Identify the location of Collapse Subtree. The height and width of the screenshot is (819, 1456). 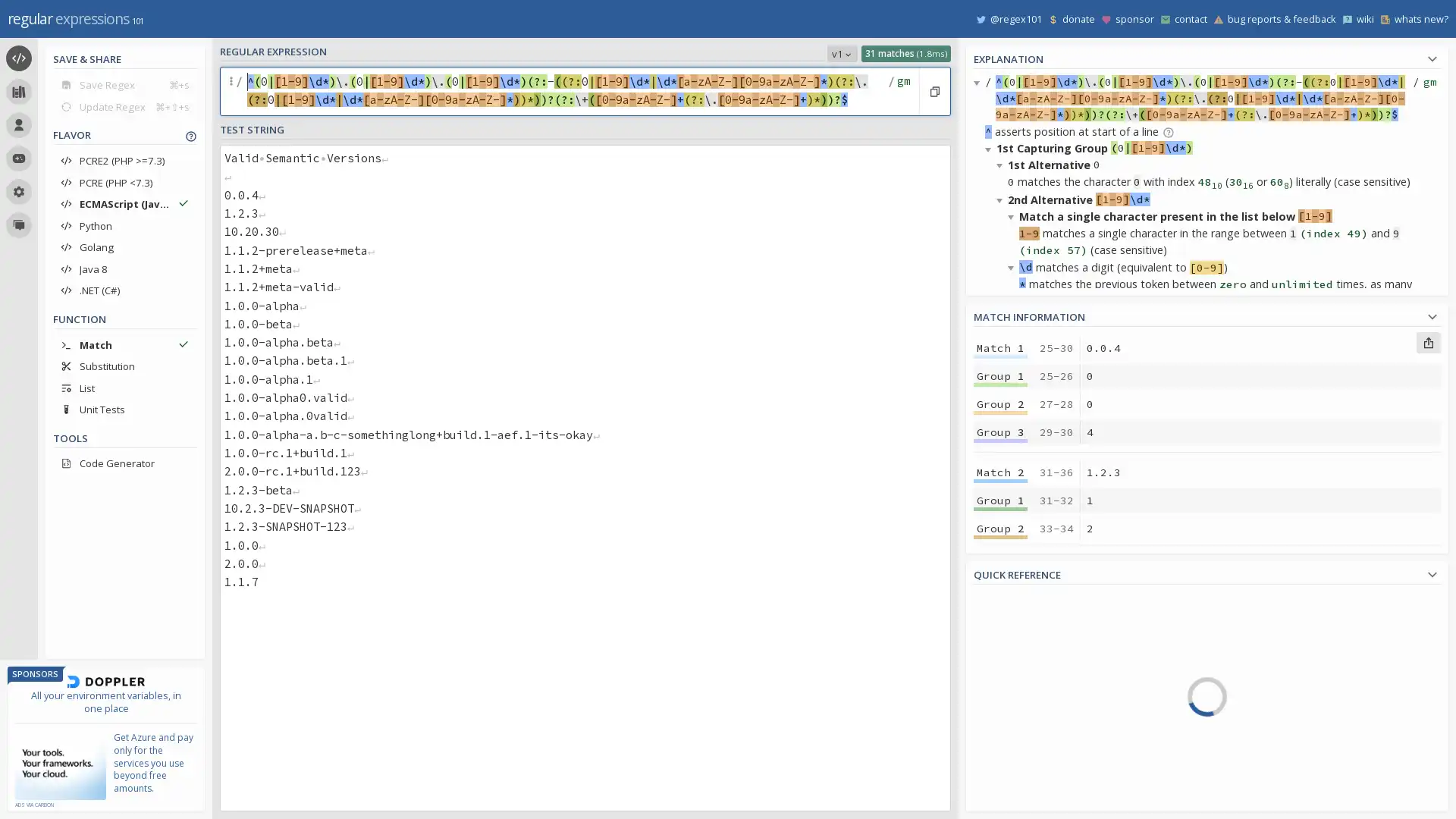
(1013, 216).